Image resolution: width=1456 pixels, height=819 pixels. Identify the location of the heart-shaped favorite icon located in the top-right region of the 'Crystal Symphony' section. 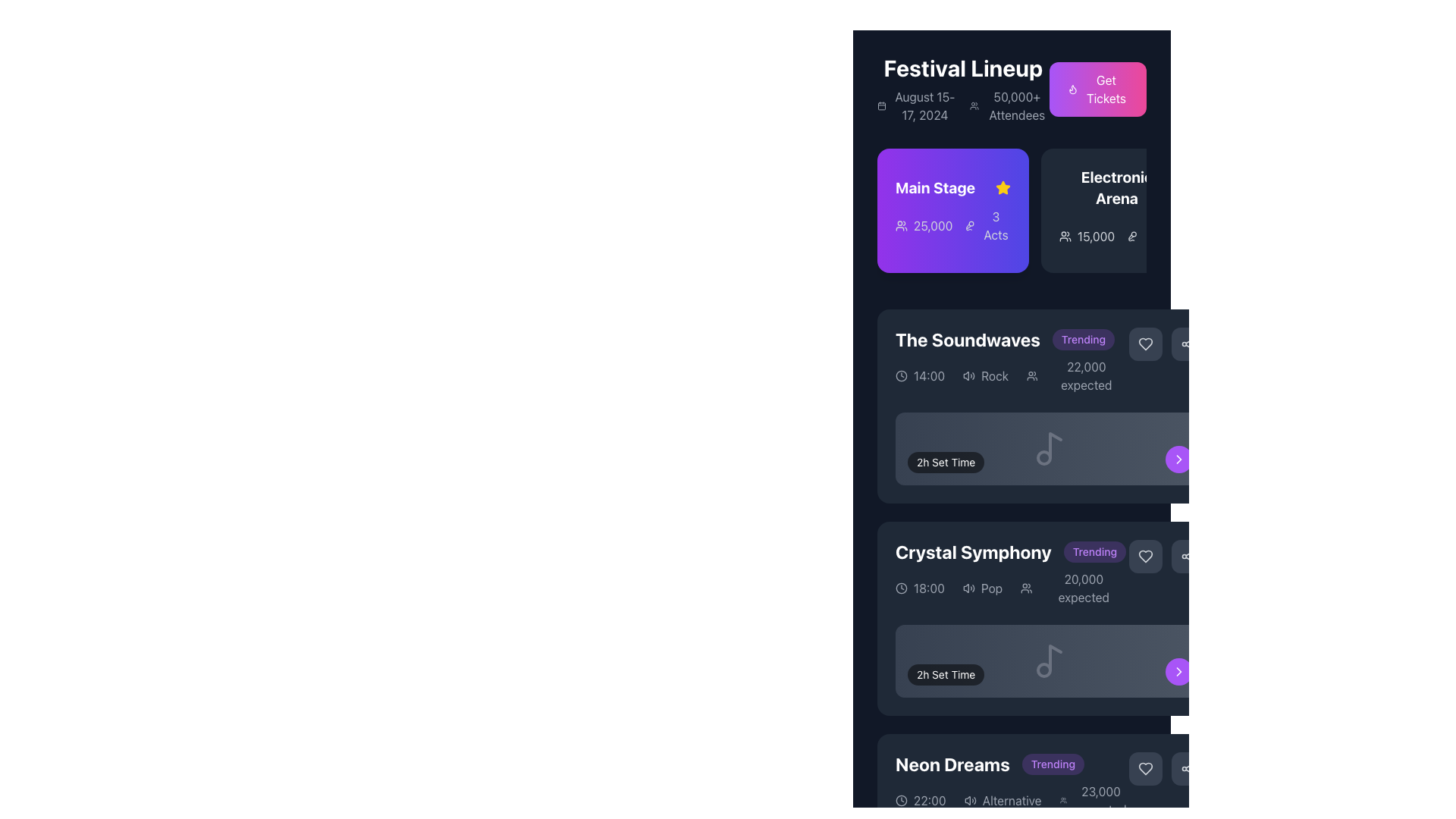
(1146, 556).